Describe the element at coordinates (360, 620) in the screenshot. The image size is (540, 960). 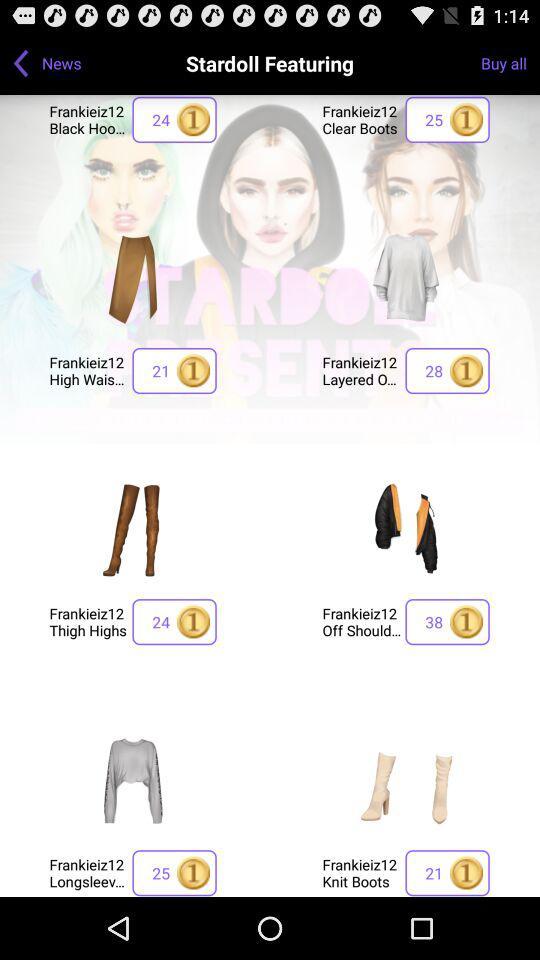
I see `button to the left of the 38 button` at that location.